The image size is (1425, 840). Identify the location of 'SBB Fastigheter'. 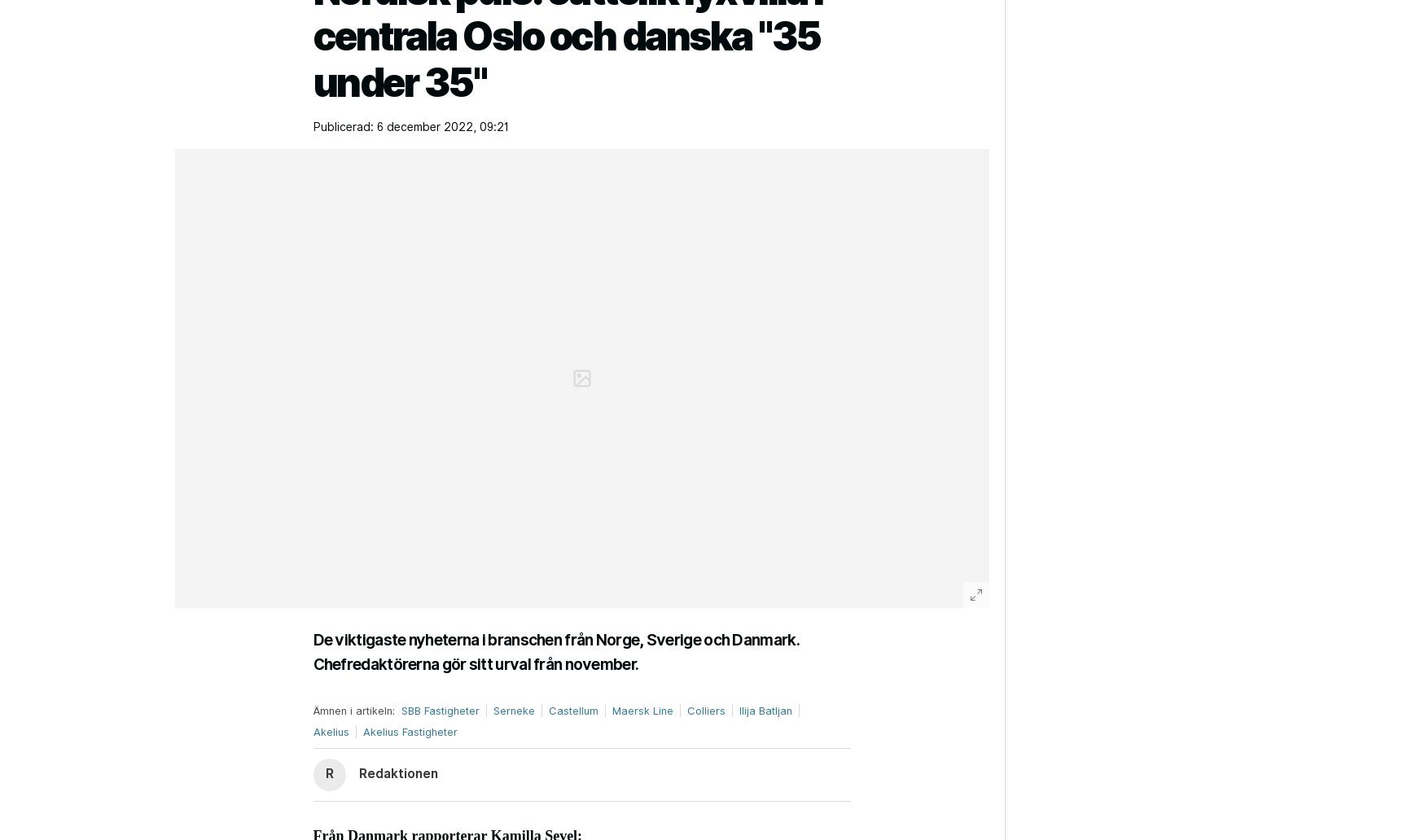
(439, 710).